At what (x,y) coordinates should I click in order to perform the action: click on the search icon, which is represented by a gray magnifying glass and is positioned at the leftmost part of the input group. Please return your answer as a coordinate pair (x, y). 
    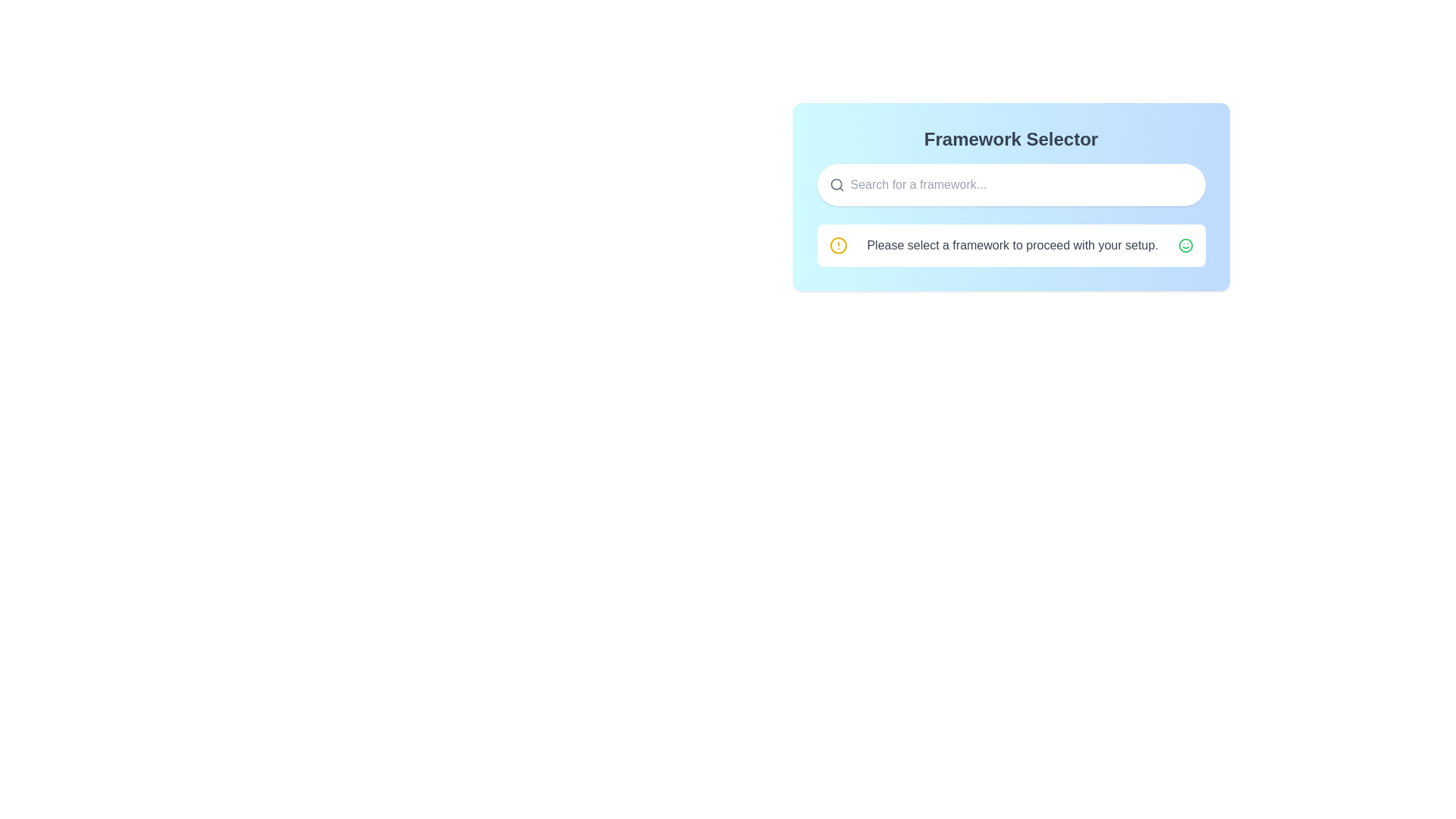
    Looking at the image, I should click on (836, 184).